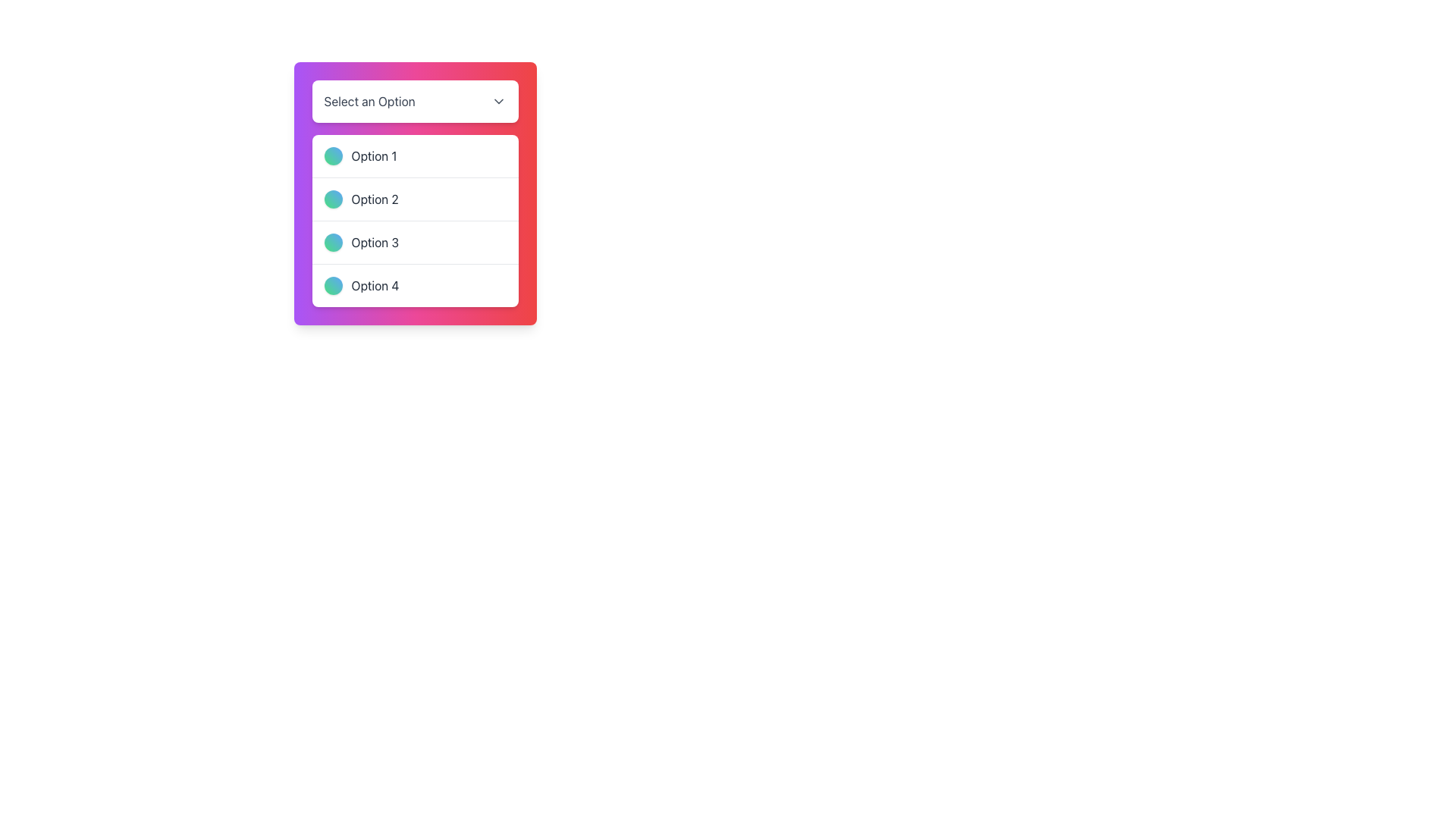 Image resolution: width=1456 pixels, height=819 pixels. Describe the element at coordinates (415, 193) in the screenshot. I see `the second selectable option within the dropdown list` at that location.